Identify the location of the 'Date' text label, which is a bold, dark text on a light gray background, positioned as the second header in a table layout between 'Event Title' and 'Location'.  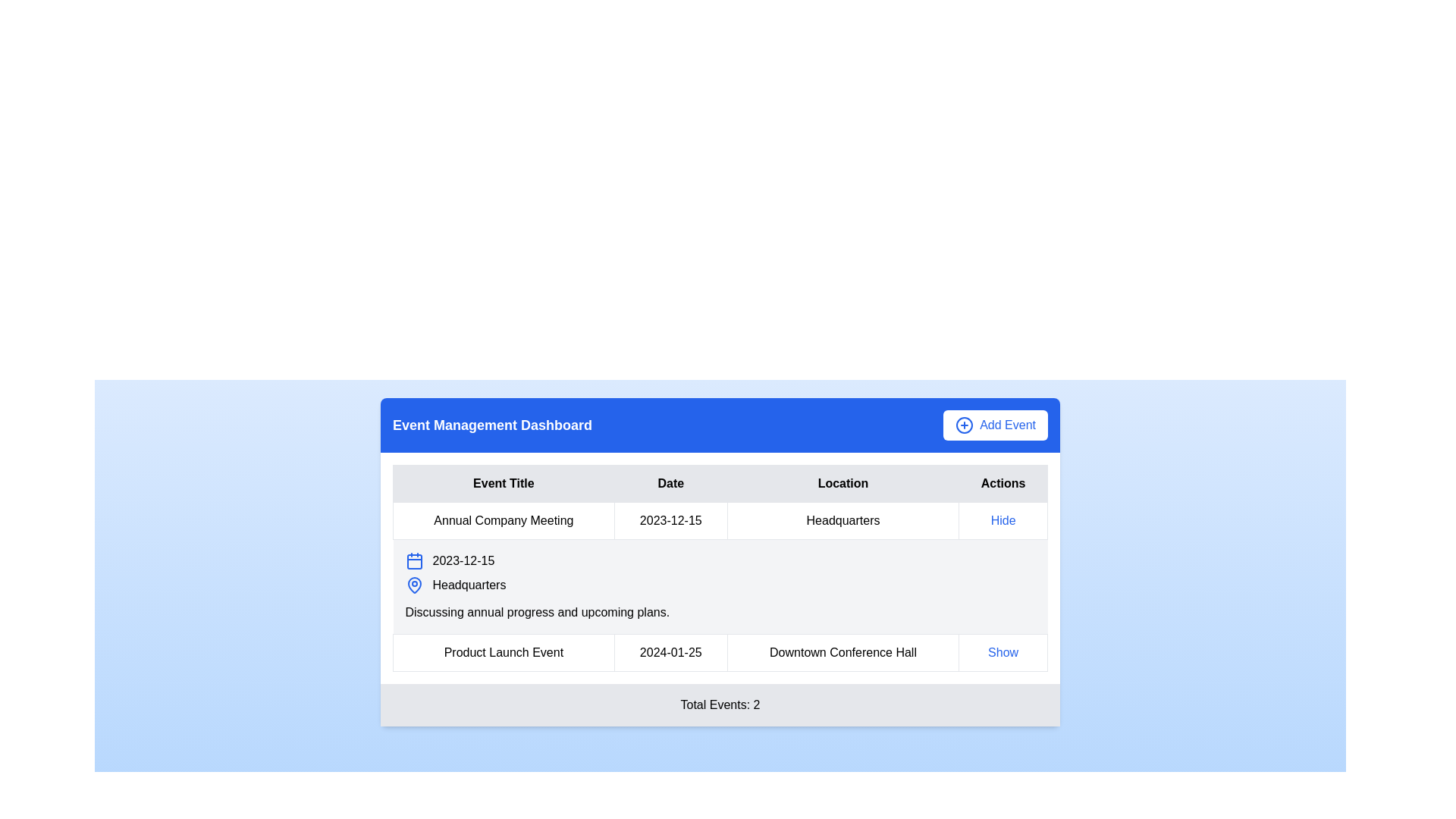
(670, 483).